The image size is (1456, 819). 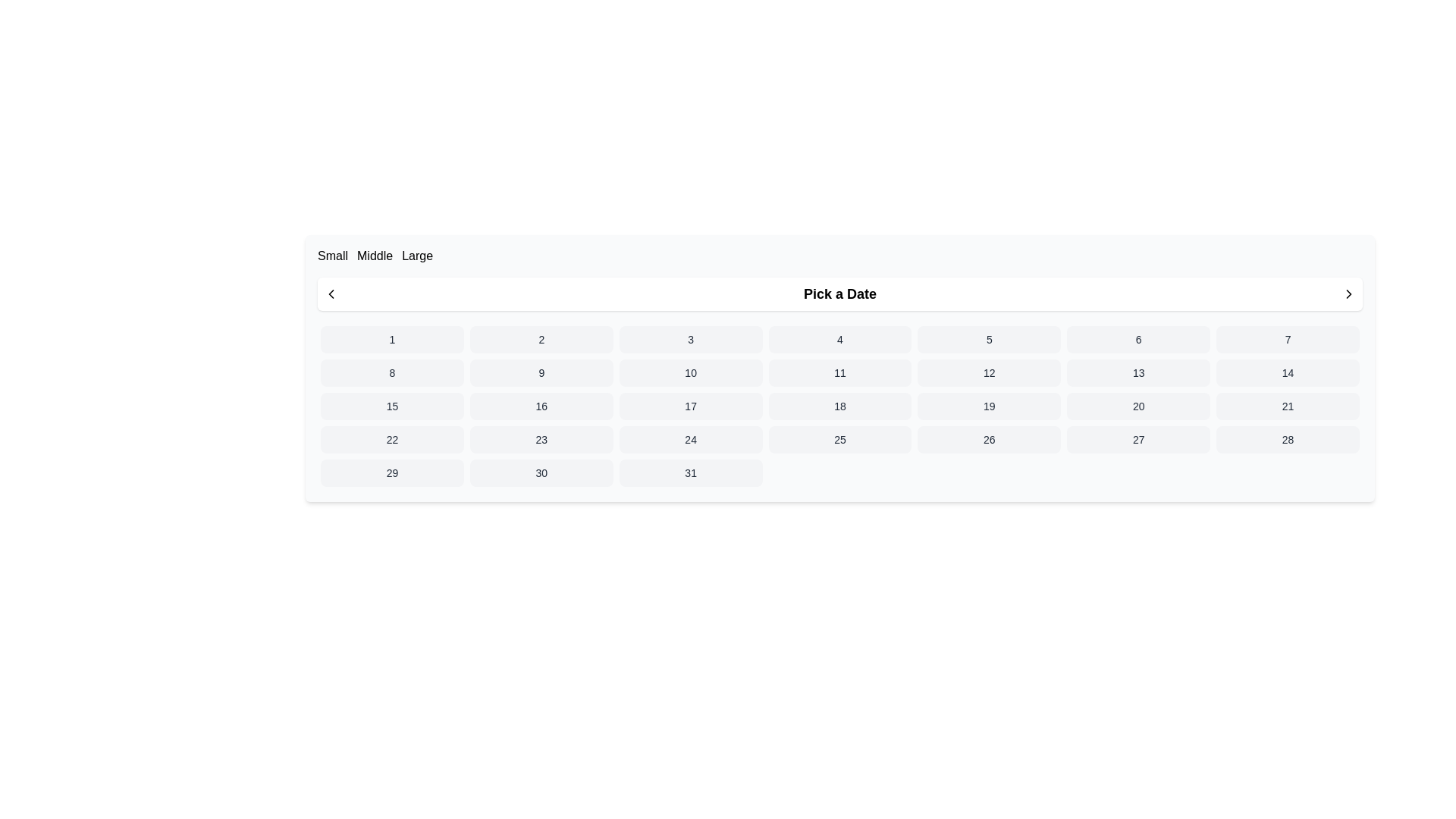 What do you see at coordinates (1138, 439) in the screenshot?
I see `the date selection button located in the fourth row and seventh column of the date picker grid` at bounding box center [1138, 439].